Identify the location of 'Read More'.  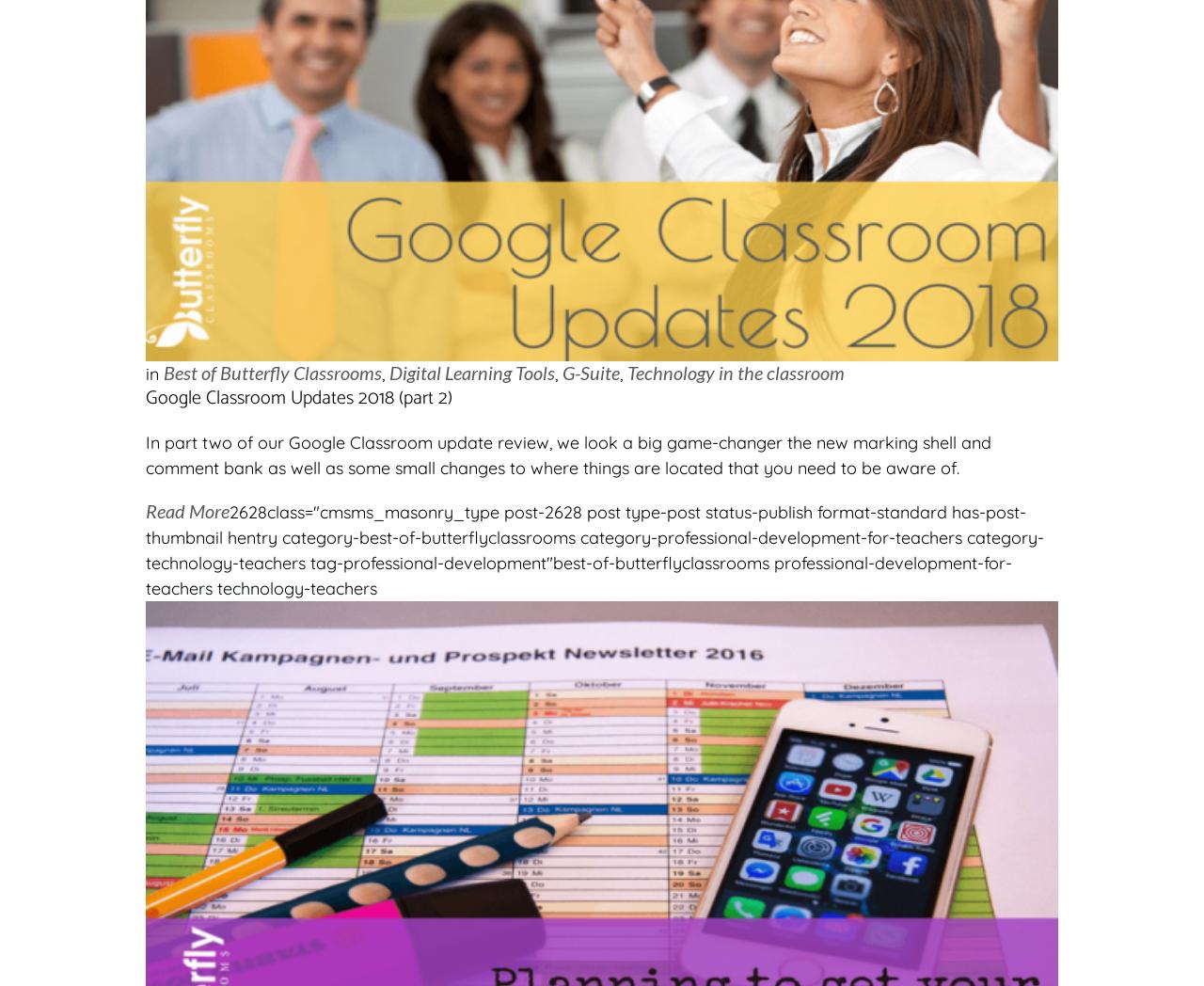
(187, 509).